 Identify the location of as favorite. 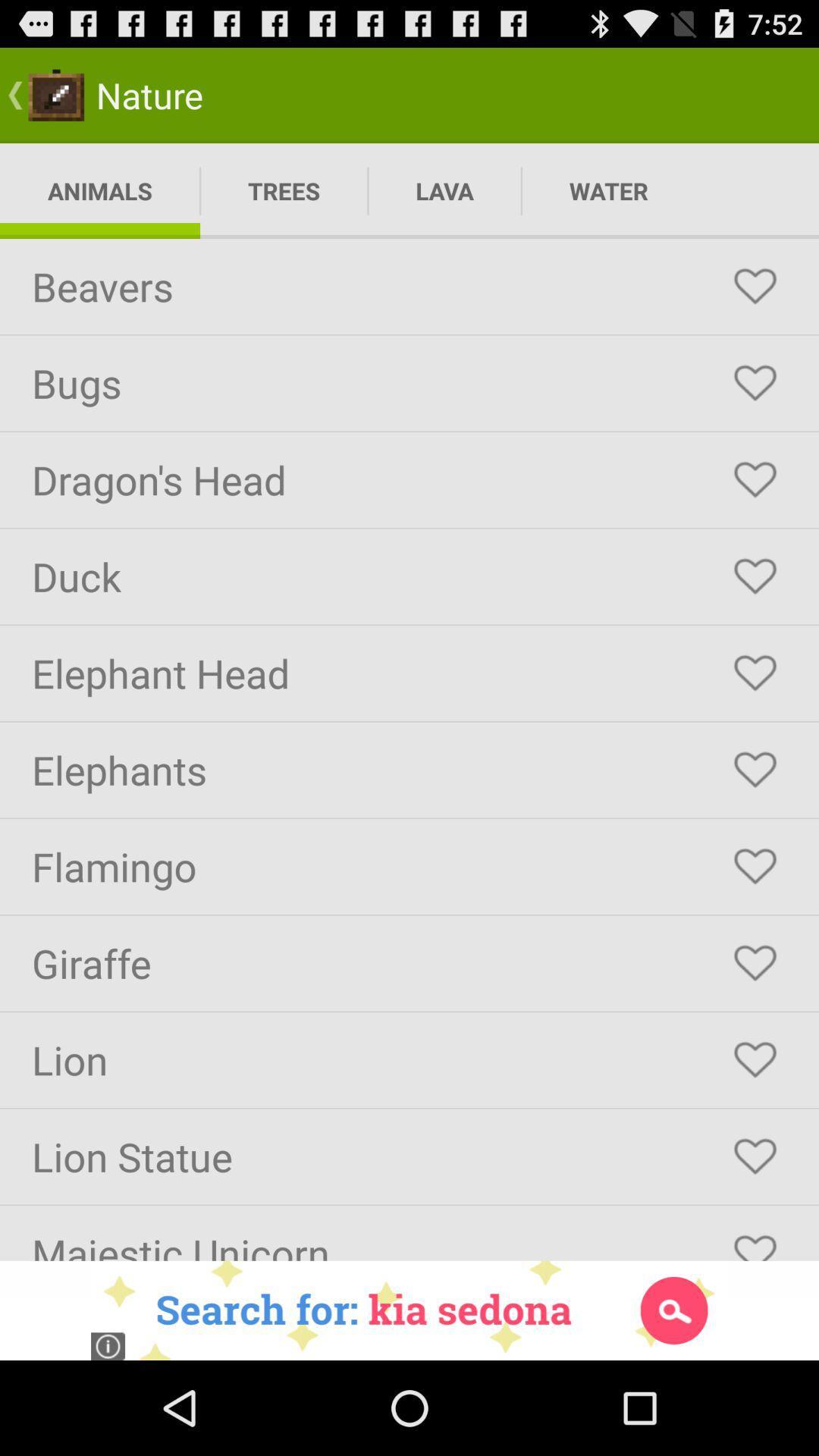
(755, 1059).